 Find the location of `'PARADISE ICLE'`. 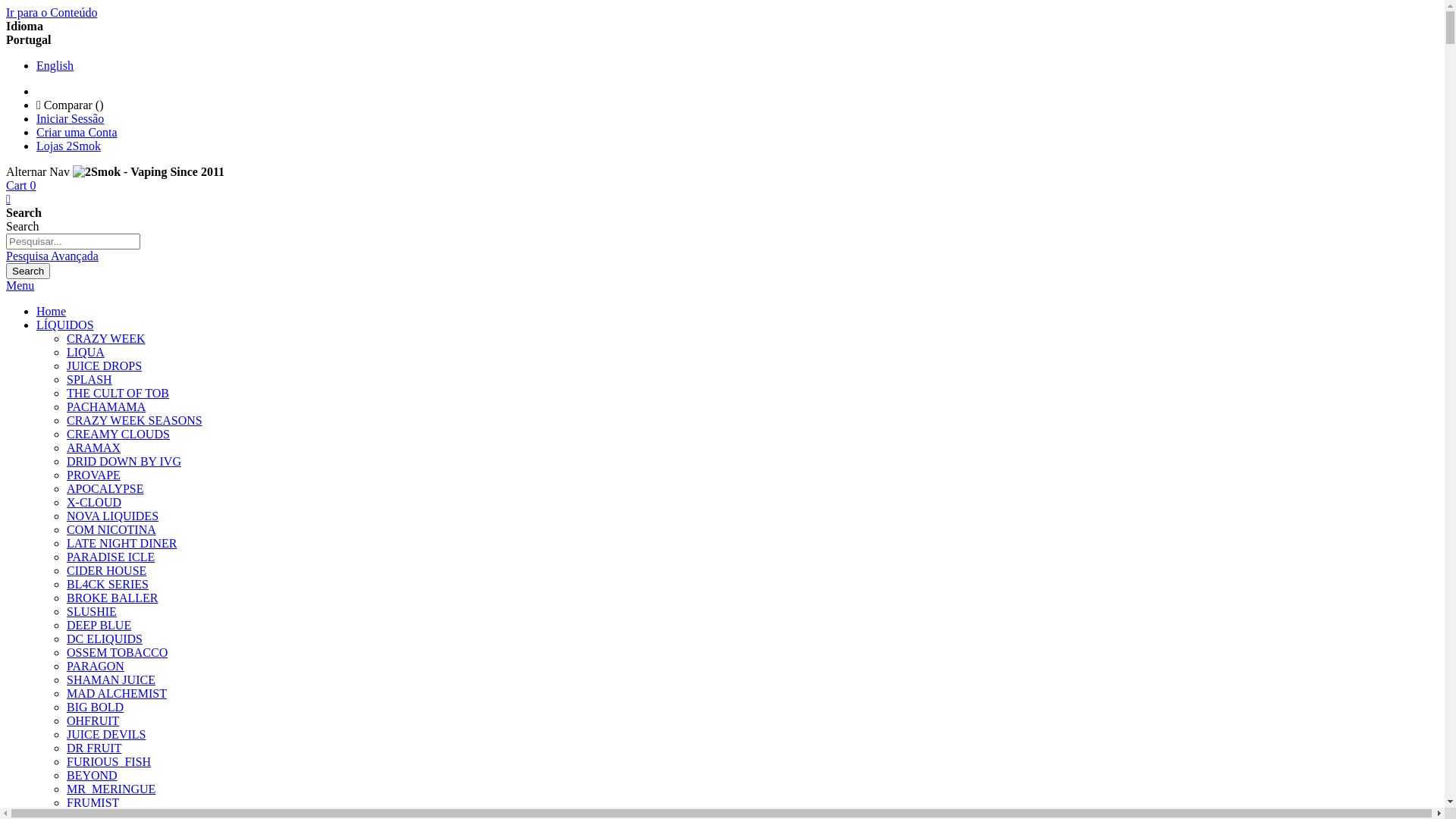

'PARADISE ICLE' is located at coordinates (109, 557).